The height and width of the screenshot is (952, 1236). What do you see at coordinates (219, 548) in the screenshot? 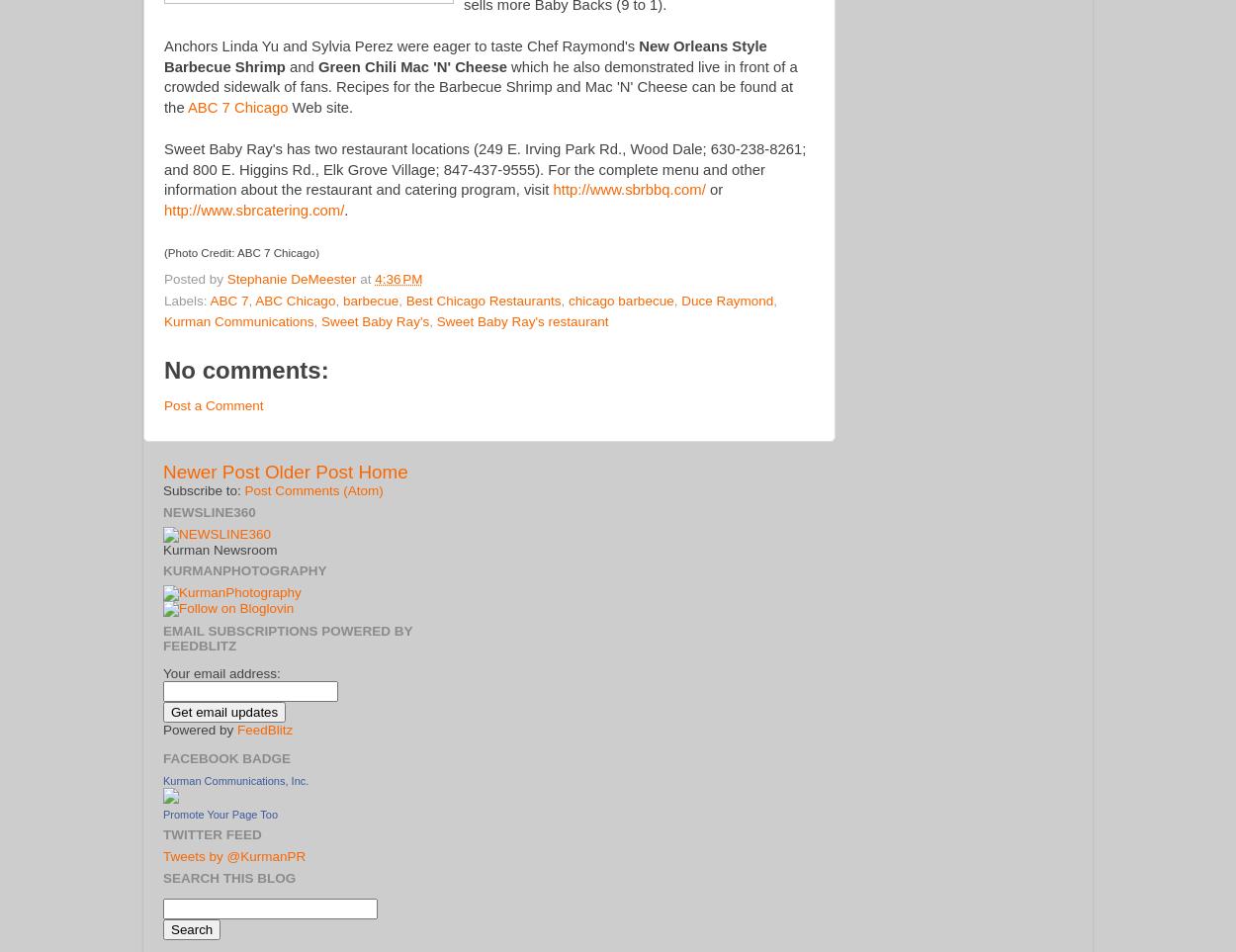
I see `'Kurman Newsroom'` at bounding box center [219, 548].